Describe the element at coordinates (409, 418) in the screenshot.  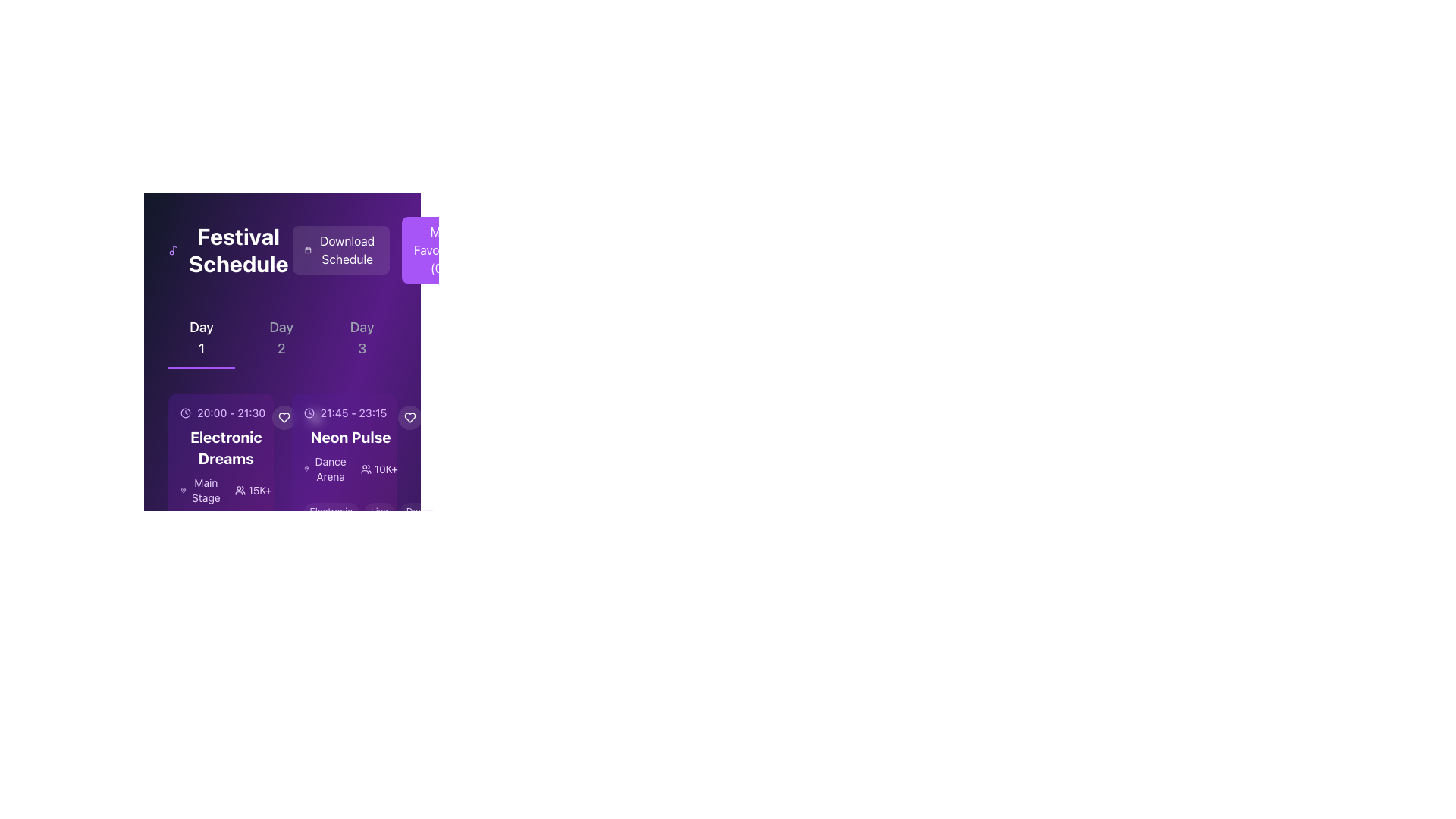
I see `the 'favorite' or 'like' button with an icon located in the upper-right corner of the 'Neon Pulse' card` at that location.